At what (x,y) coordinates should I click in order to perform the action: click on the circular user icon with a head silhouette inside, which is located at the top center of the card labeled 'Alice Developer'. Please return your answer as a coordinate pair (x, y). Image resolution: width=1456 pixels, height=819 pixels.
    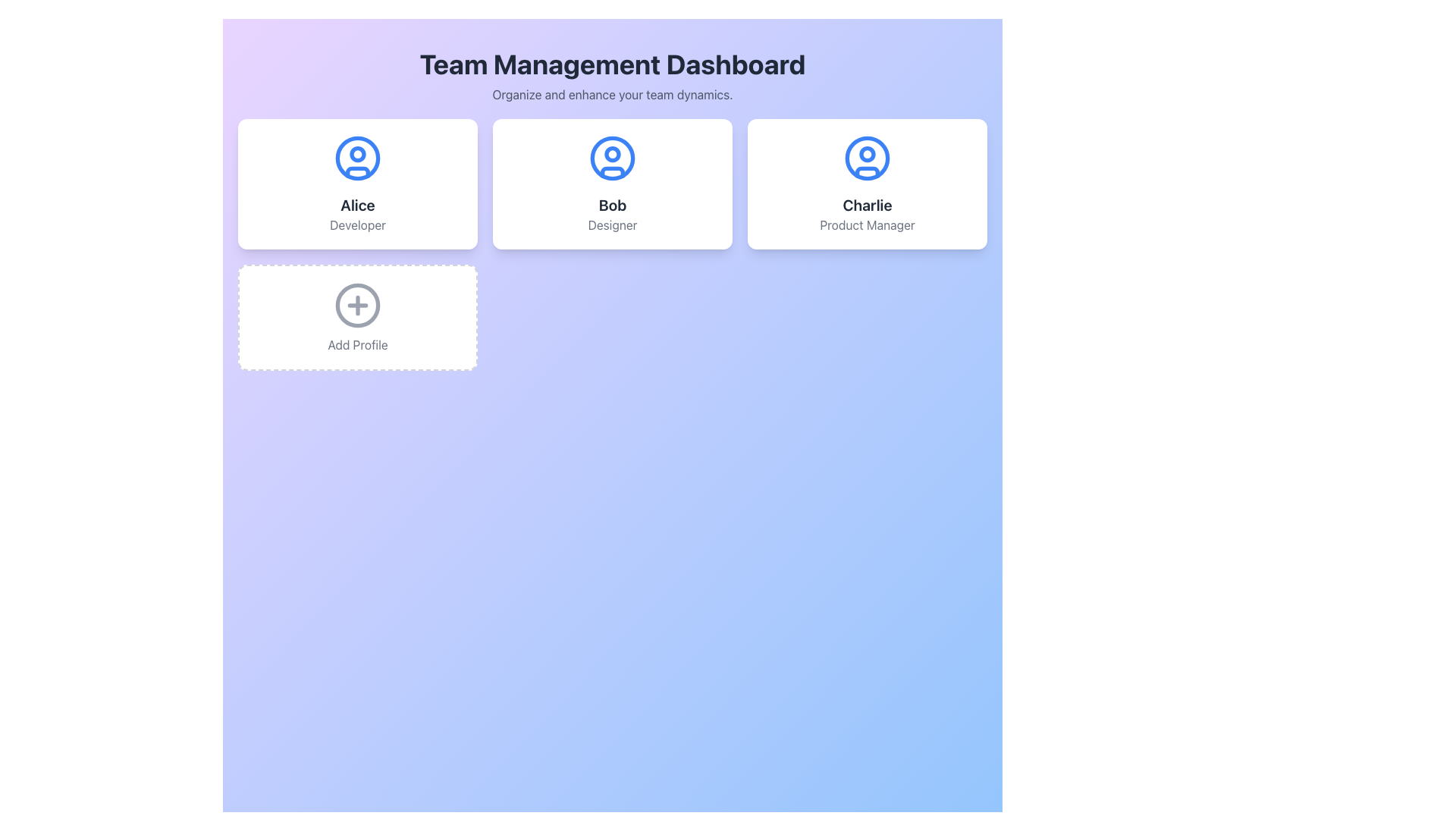
    Looking at the image, I should click on (356, 158).